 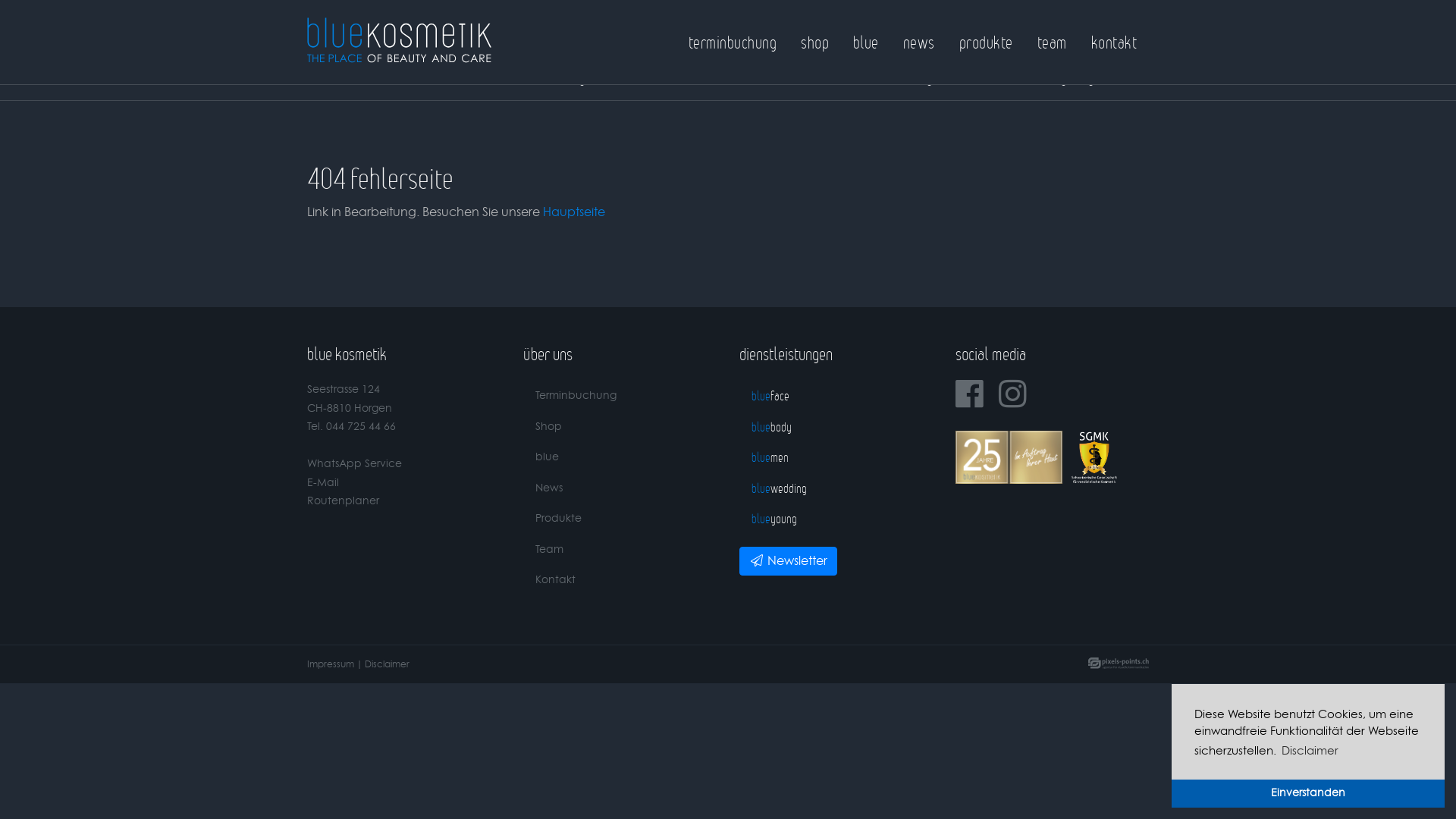 I want to click on 'Impressum', so click(x=306, y=663).